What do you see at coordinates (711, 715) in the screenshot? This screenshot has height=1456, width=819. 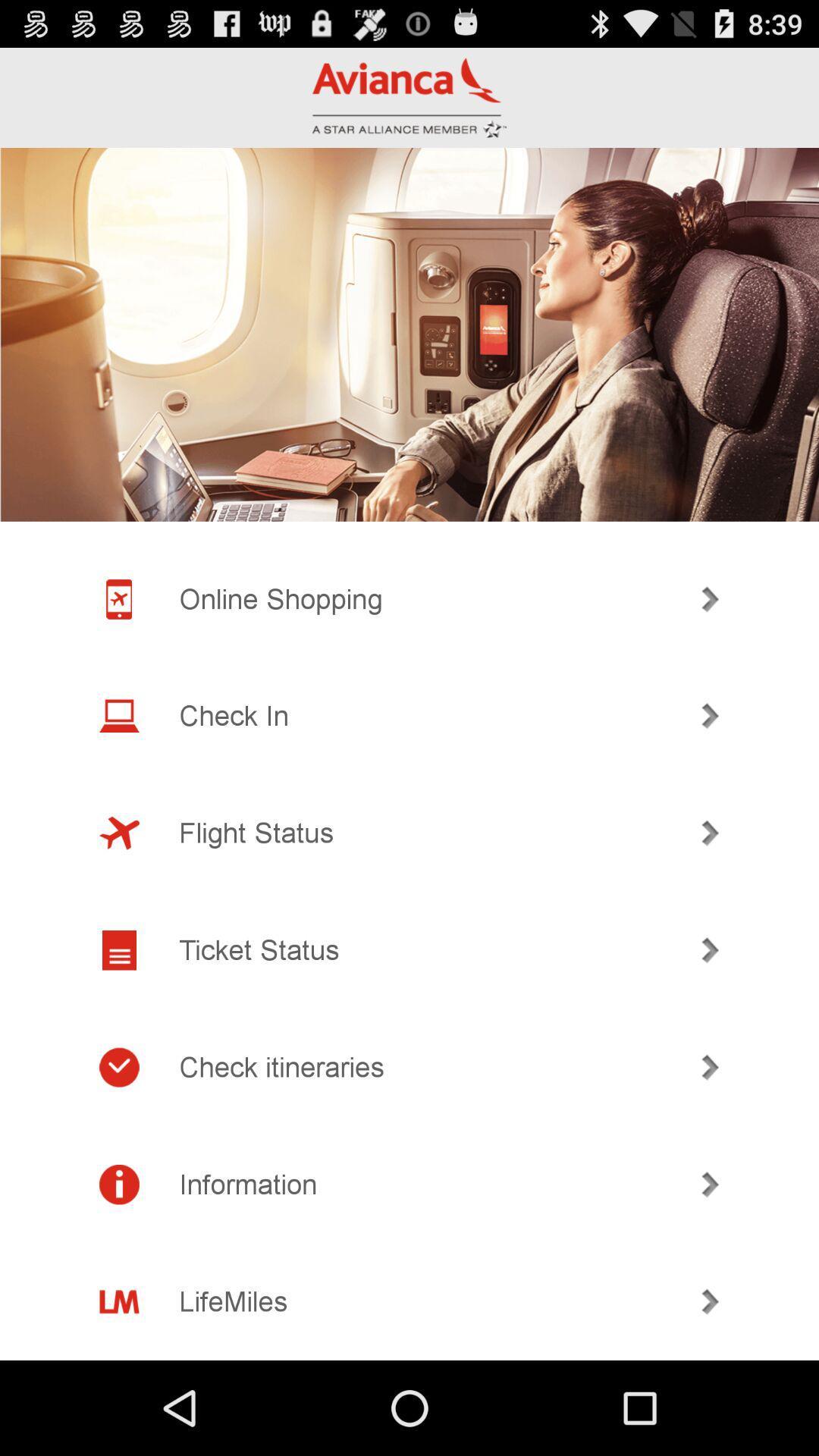 I see `on next page icon right to check in` at bounding box center [711, 715].